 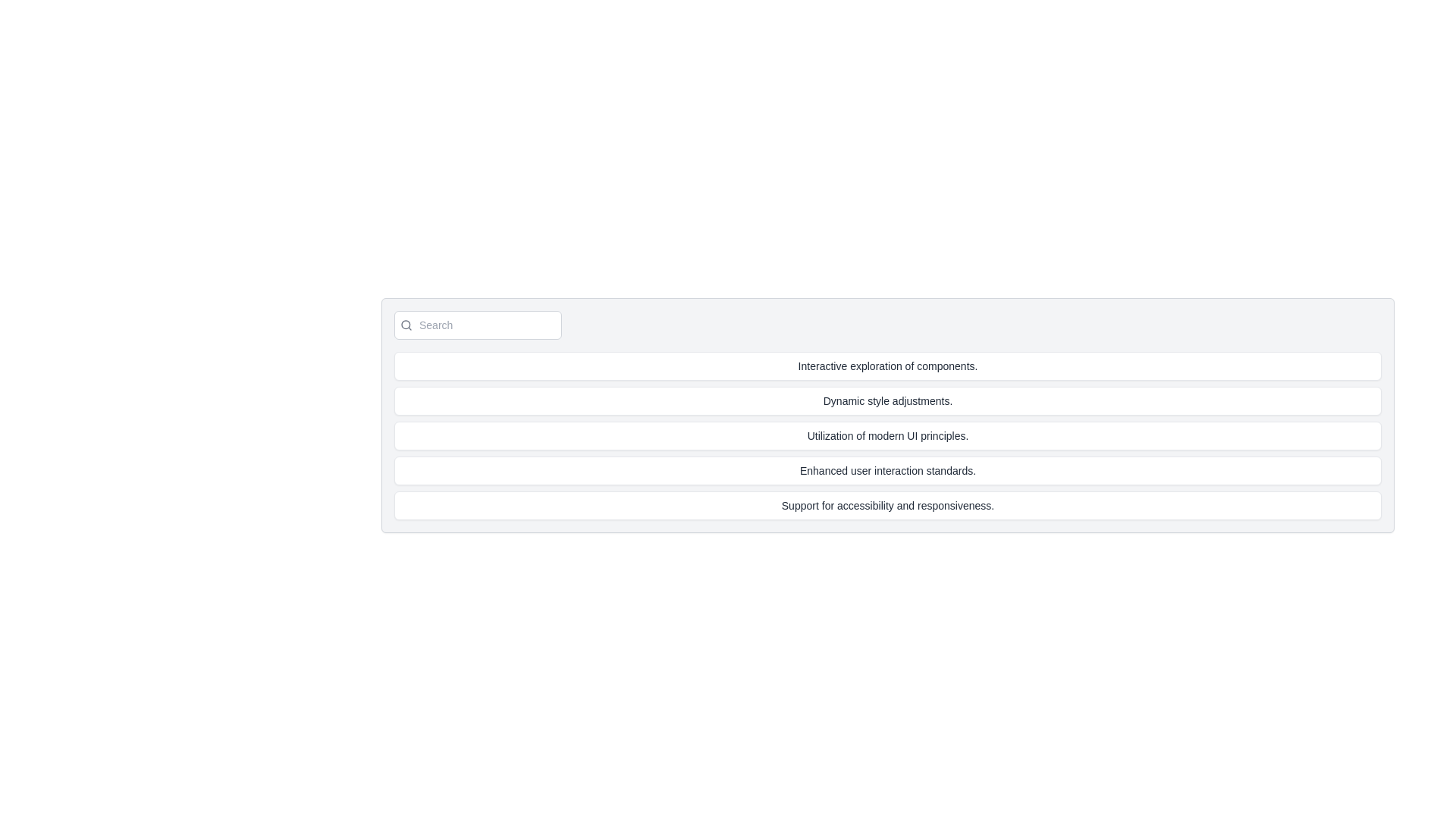 I want to click on the letter 'i' which is the 15th character in the text 'Interactive exploration of components.', so click(x=833, y=366).